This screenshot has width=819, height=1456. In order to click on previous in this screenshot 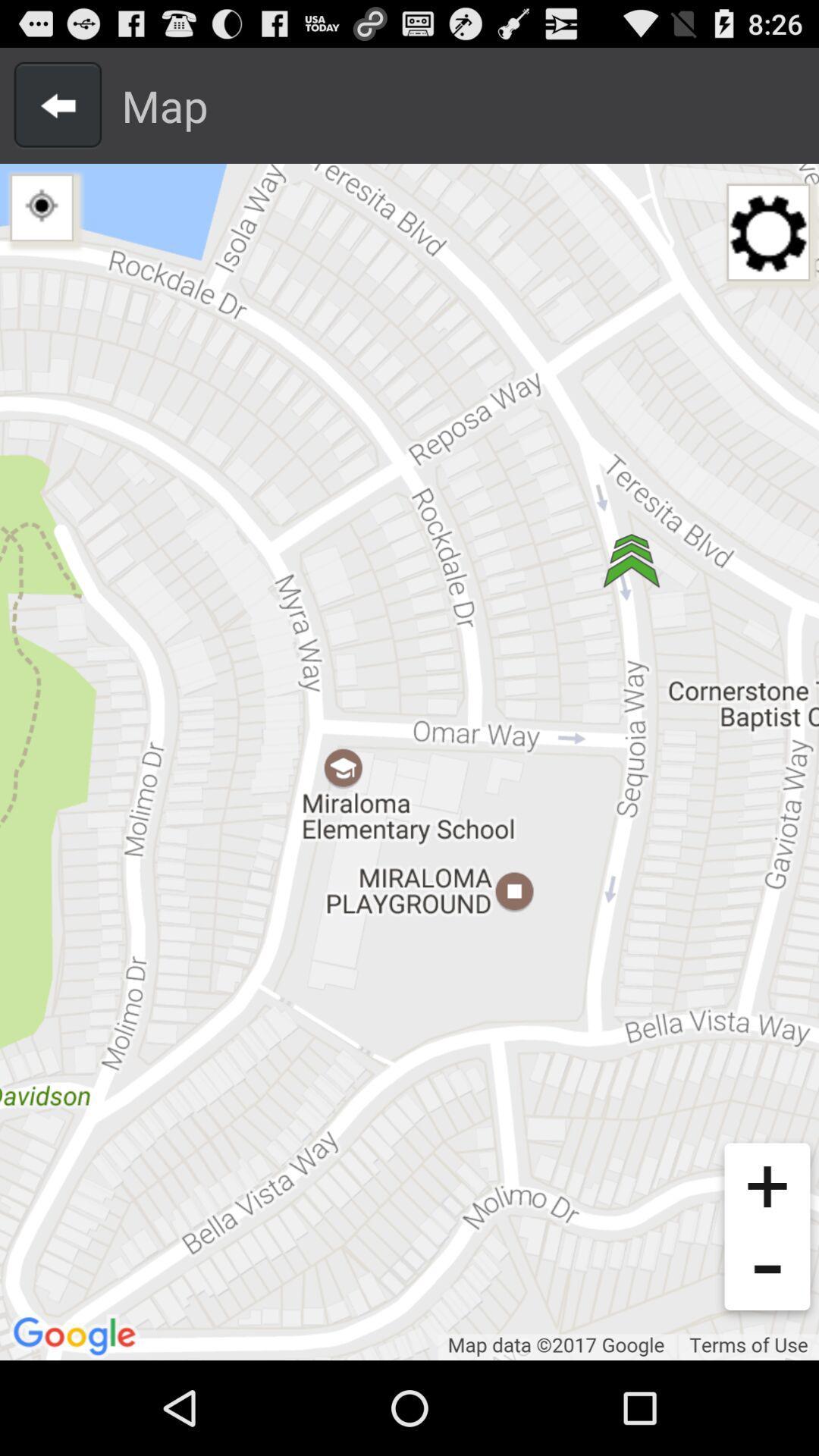, I will do `click(57, 105)`.